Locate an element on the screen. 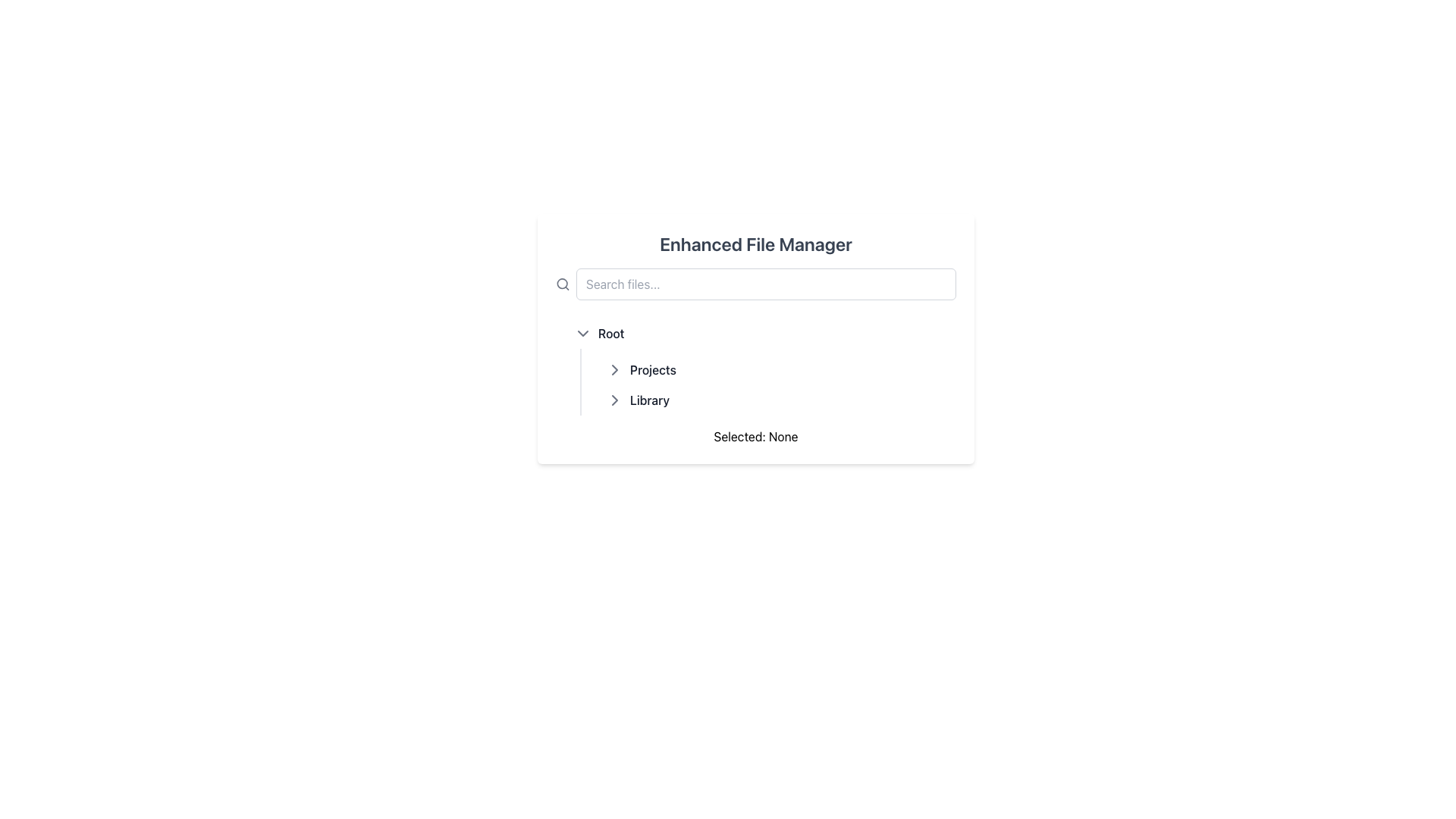  the Chevron Icon next to the 'Library' text is located at coordinates (615, 400).